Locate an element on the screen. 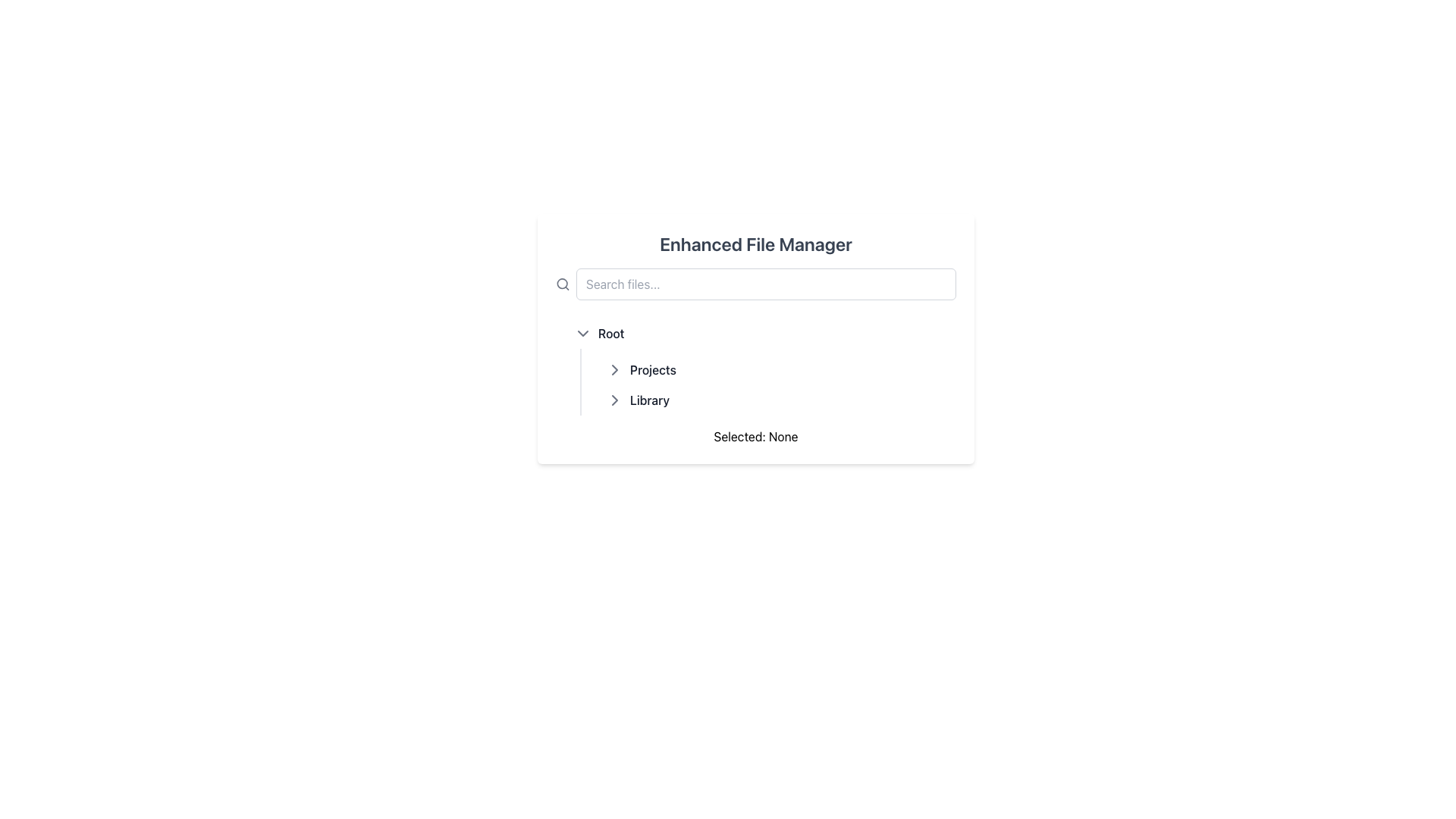  the Chevron Icon next to the 'Library' text is located at coordinates (615, 400).